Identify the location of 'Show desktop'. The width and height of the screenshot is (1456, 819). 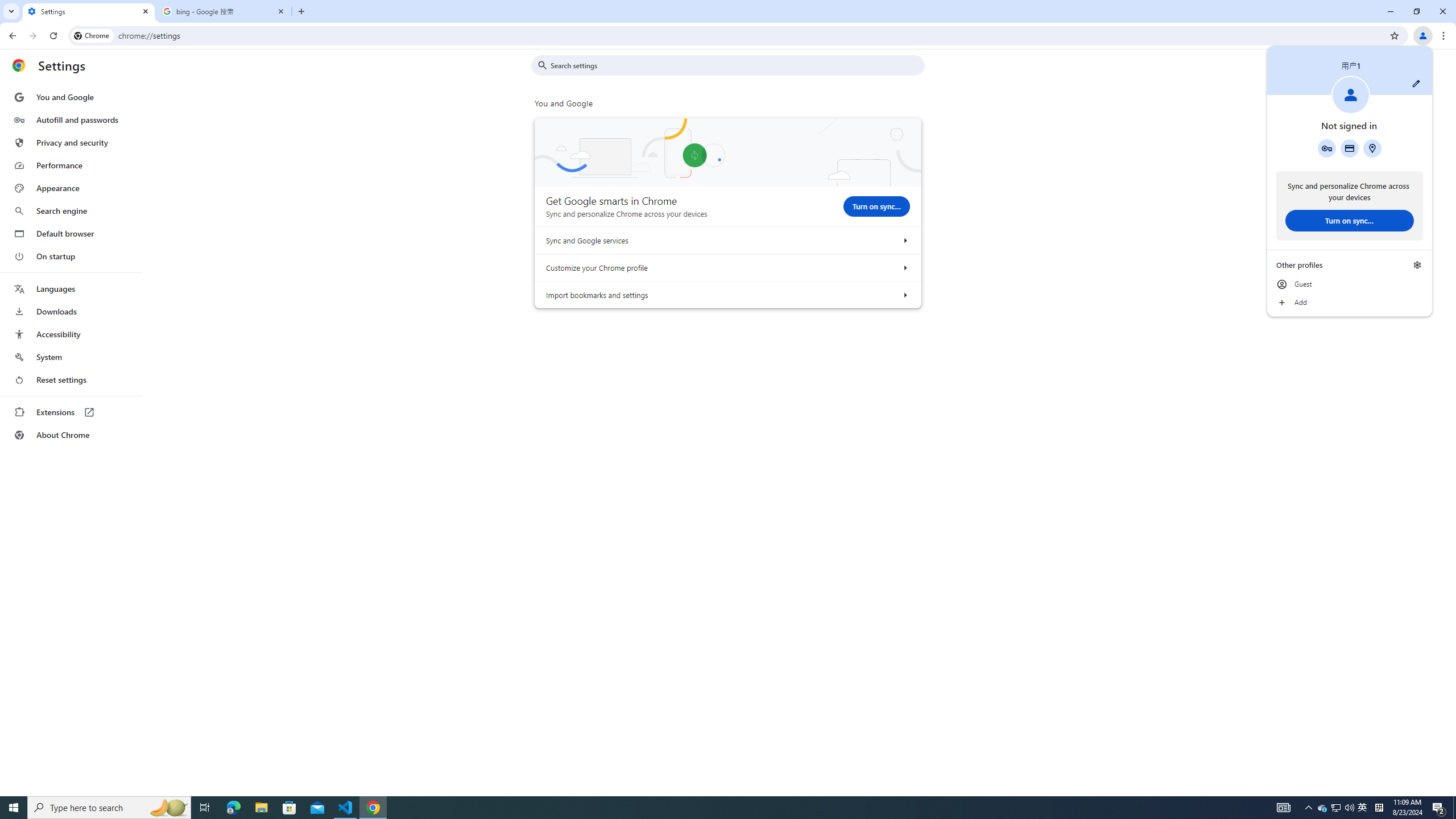
(1454, 806).